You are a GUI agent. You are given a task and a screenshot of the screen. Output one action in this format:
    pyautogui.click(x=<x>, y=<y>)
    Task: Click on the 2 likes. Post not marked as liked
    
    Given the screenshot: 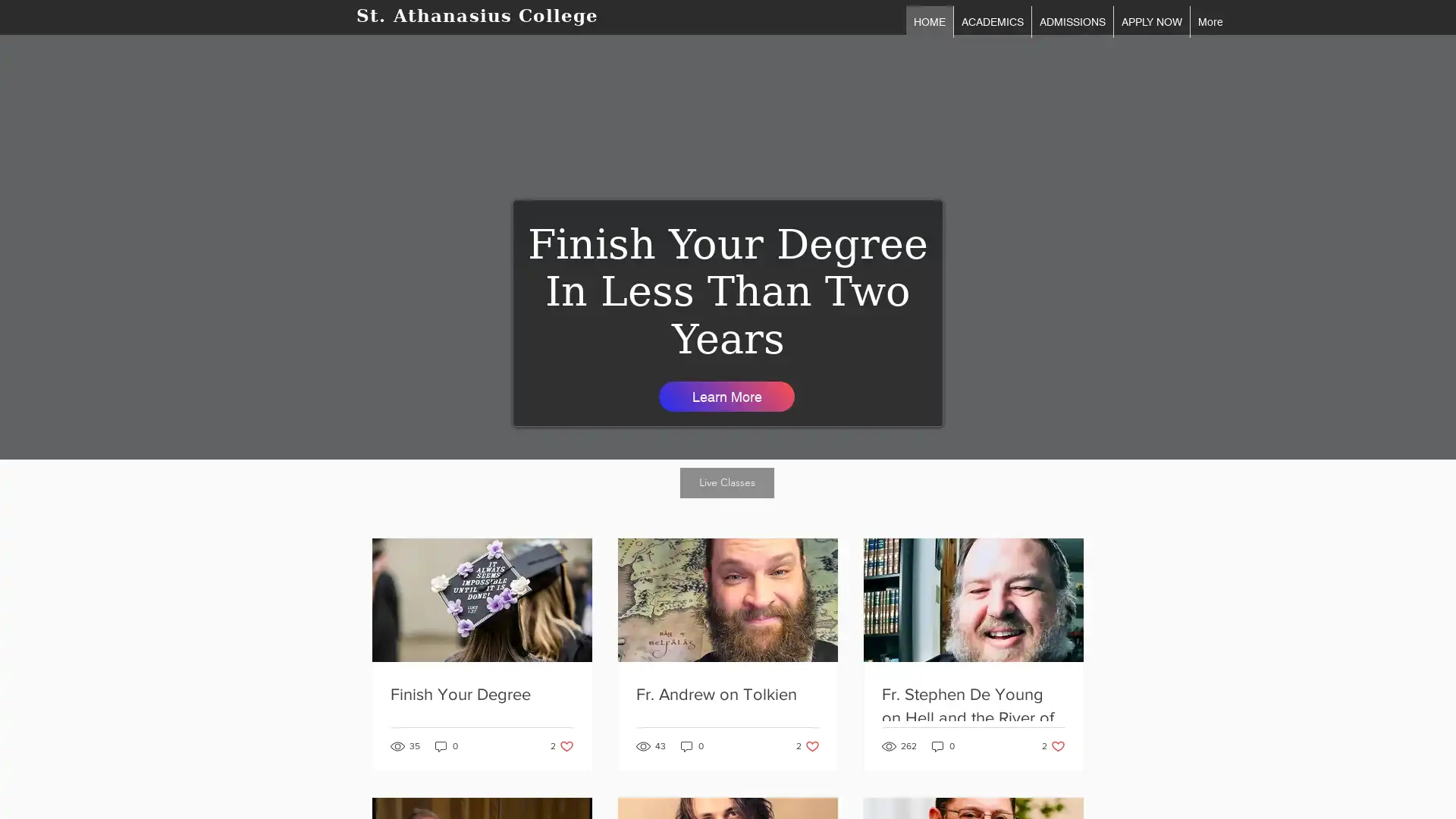 What is the action you would take?
    pyautogui.click(x=807, y=745)
    